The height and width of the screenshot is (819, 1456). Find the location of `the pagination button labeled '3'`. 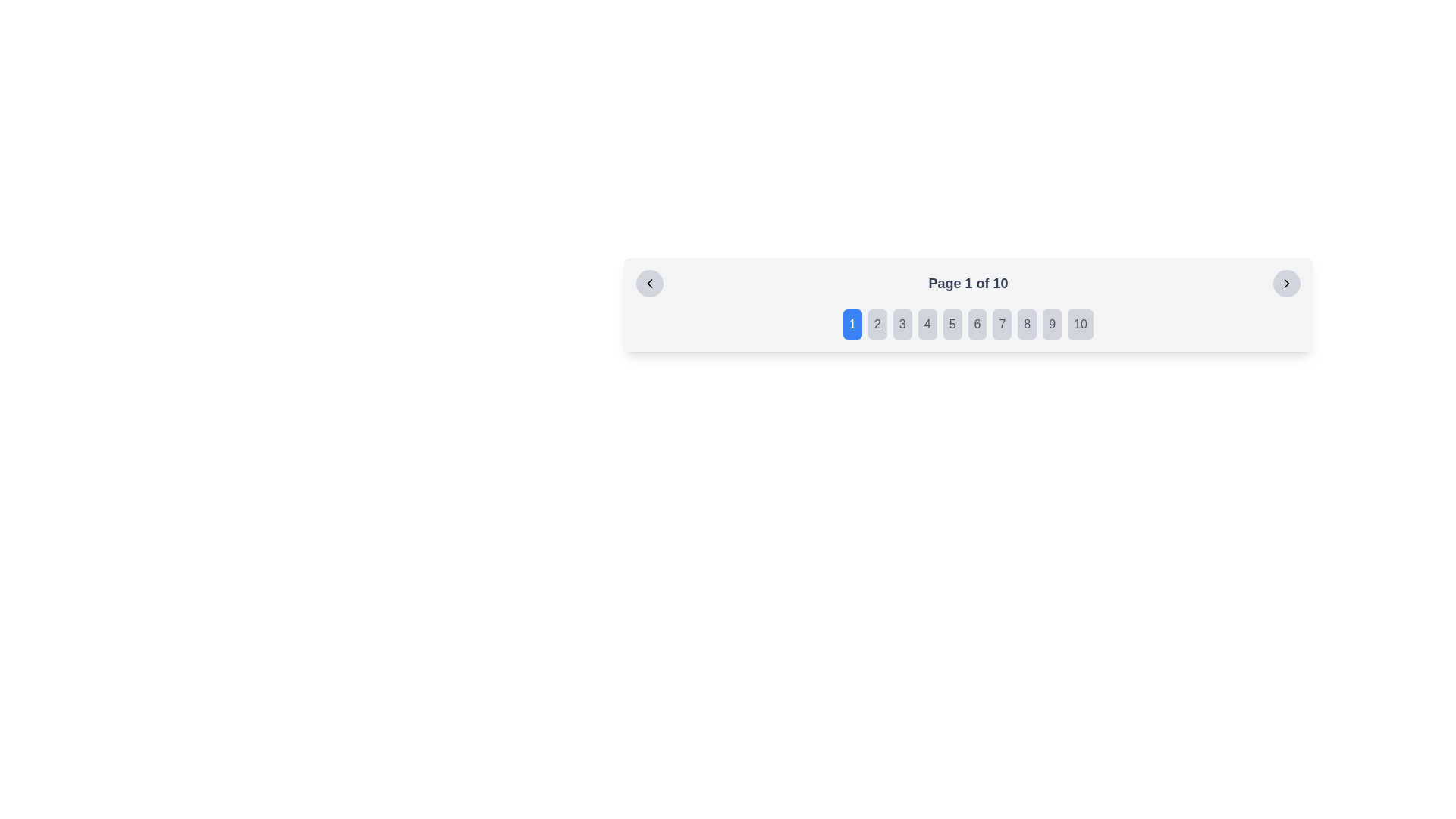

the pagination button labeled '3' is located at coordinates (902, 324).